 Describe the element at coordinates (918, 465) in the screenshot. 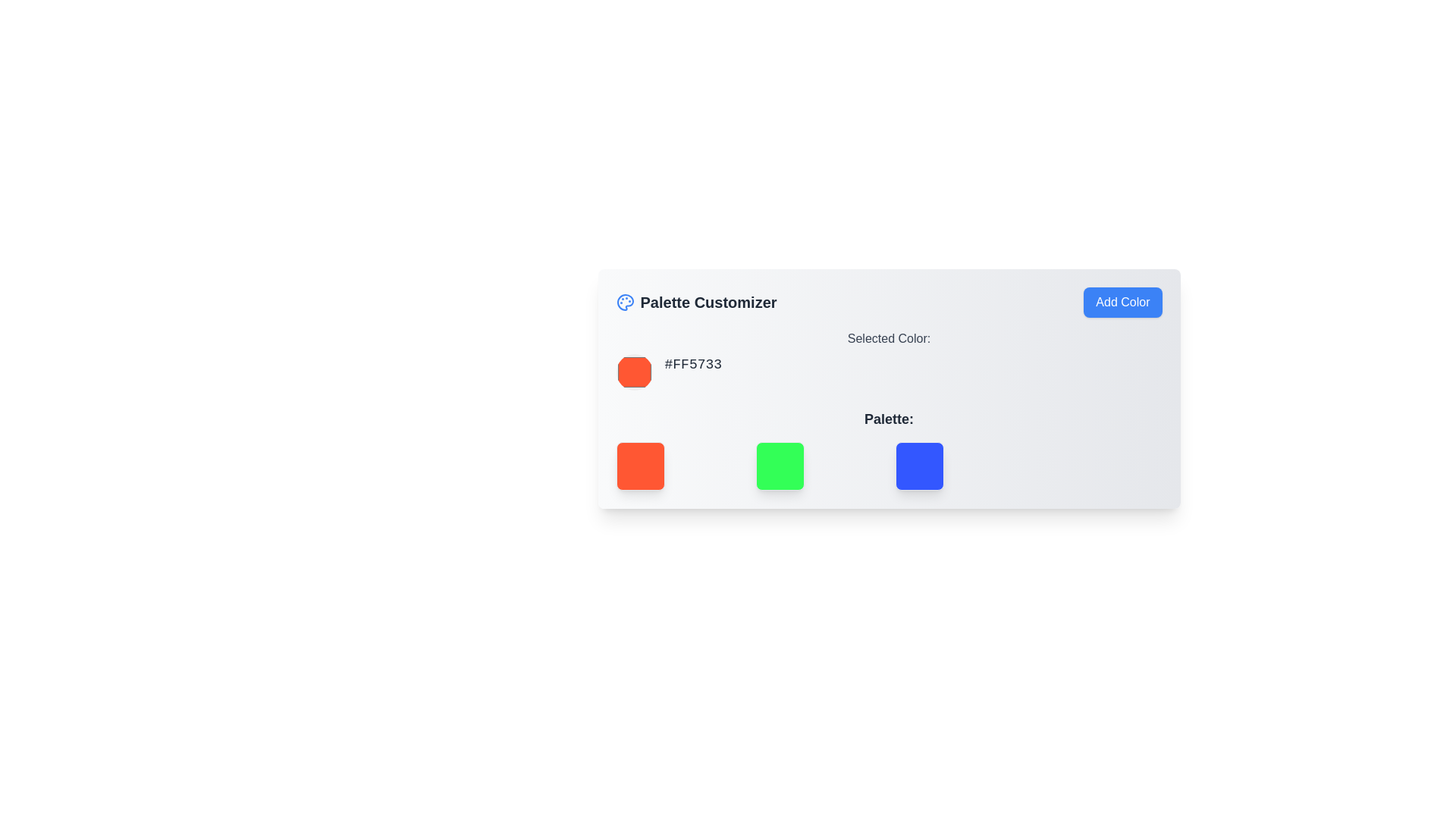

I see `the interactive visual indicator button with a blue background, which is the third square in the horizontal palette layout, located slightly to the left of the 'Add Color' button` at that location.